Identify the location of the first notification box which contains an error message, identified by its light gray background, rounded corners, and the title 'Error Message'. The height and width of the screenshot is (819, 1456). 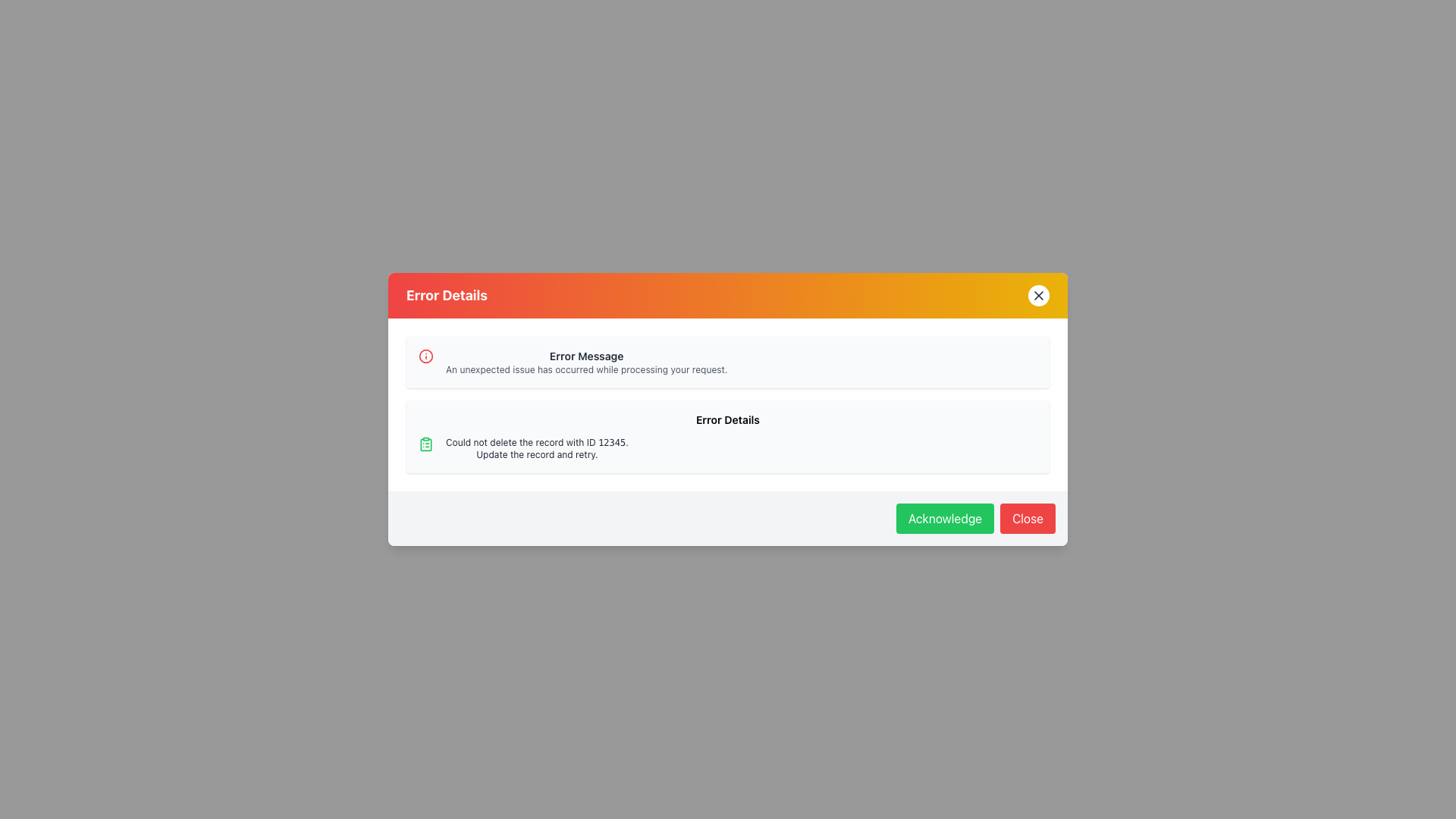
(728, 362).